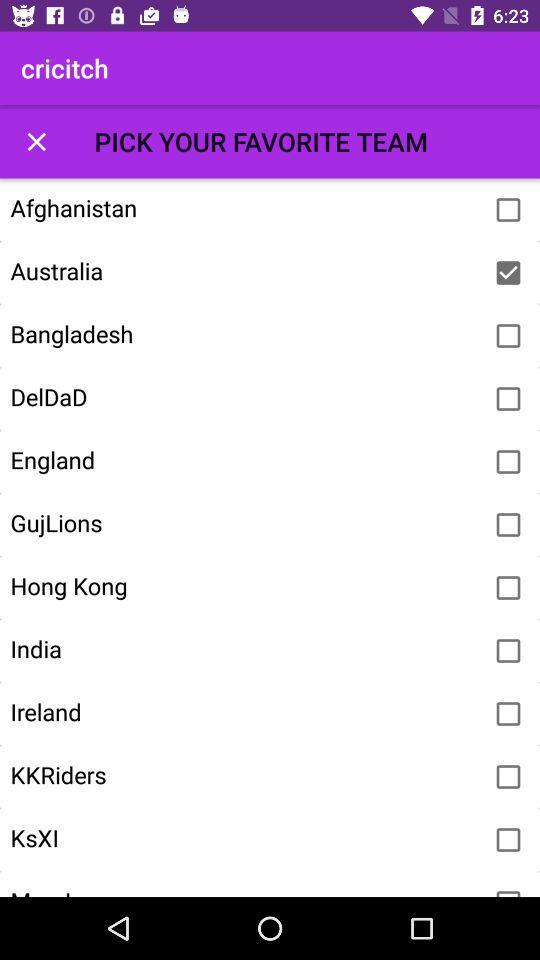  Describe the element at coordinates (508, 272) in the screenshot. I see `mark favorite team` at that location.